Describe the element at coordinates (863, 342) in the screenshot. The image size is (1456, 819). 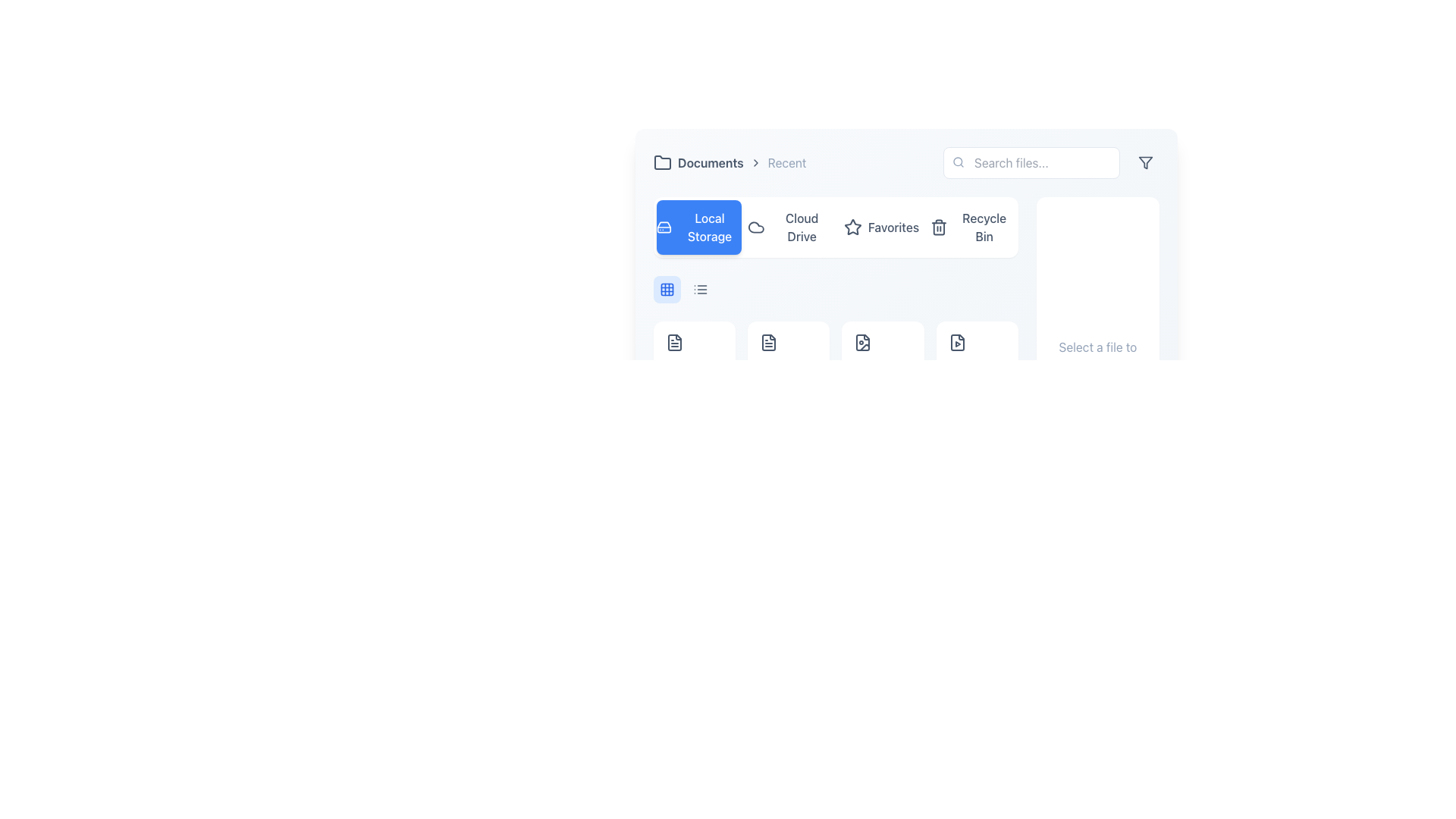
I see `the file selection icon located within the grid of icons, positioned slightly to the right of the application's main navigation panel` at that location.